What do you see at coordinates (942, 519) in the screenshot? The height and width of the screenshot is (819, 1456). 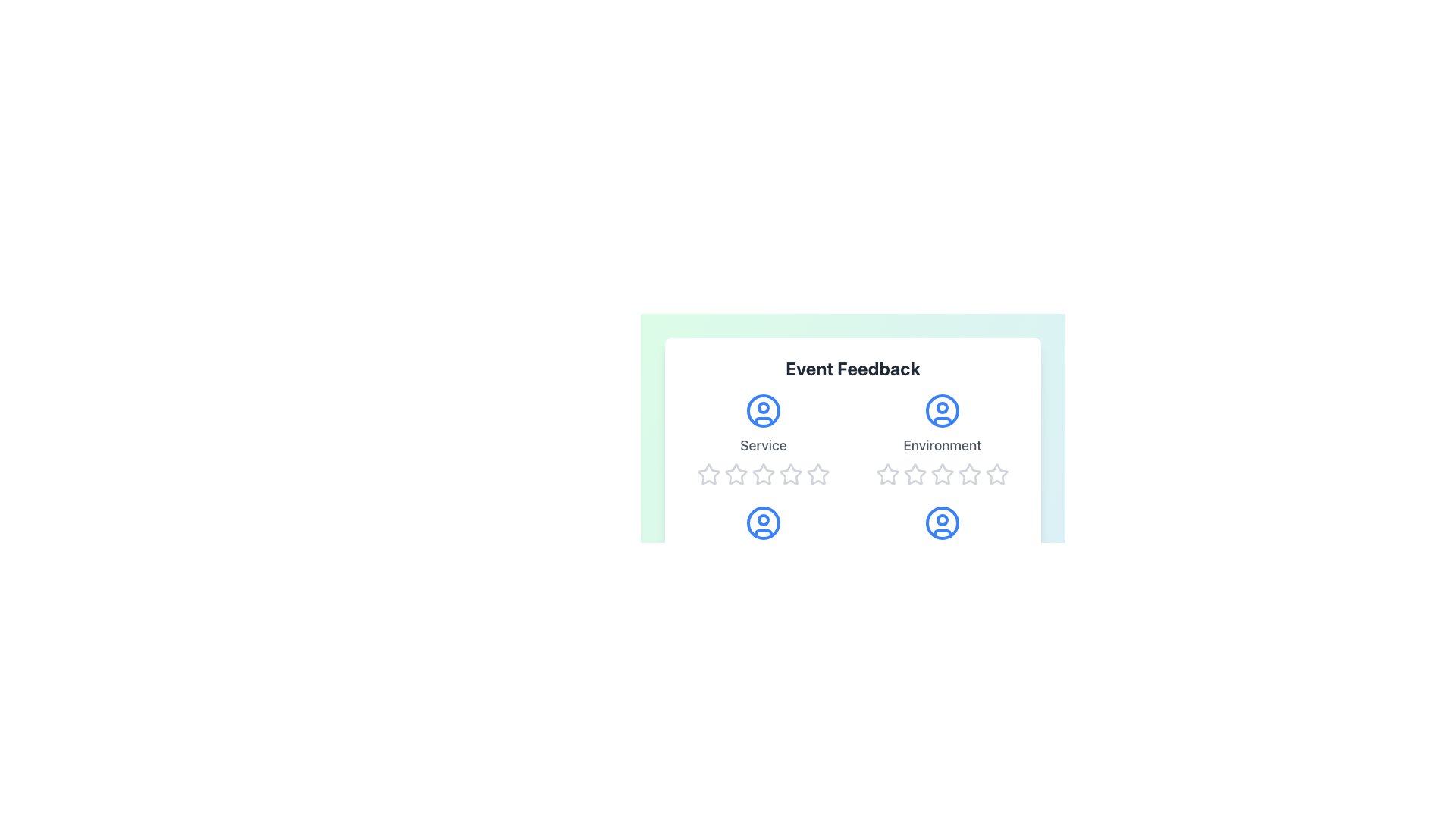 I see `the inner circle of the user icon located in the lower right corner of the feedback form layout` at bounding box center [942, 519].